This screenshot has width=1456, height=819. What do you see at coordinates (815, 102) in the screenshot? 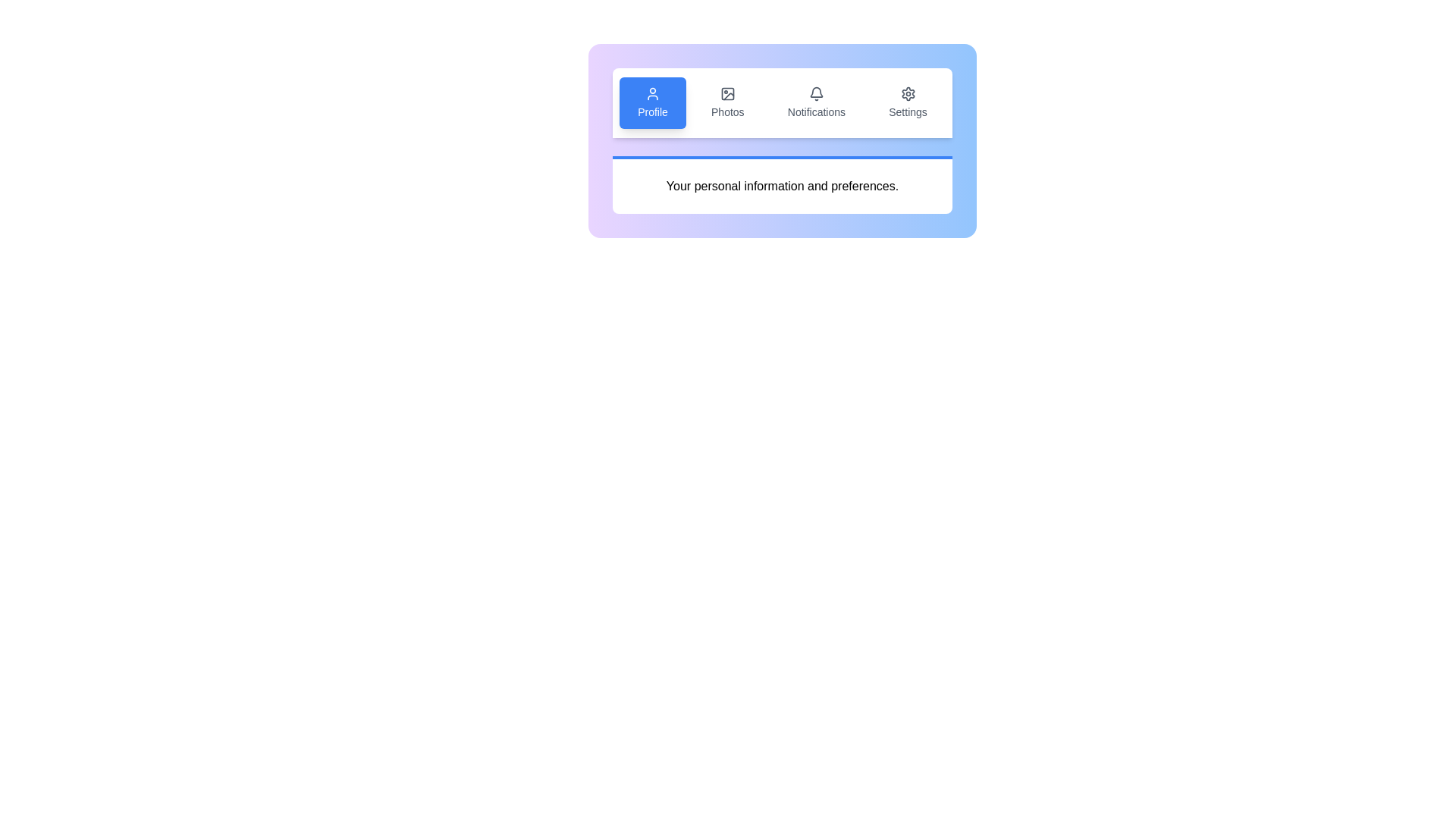
I see `the tab labeled Notifications to view its content` at bounding box center [815, 102].